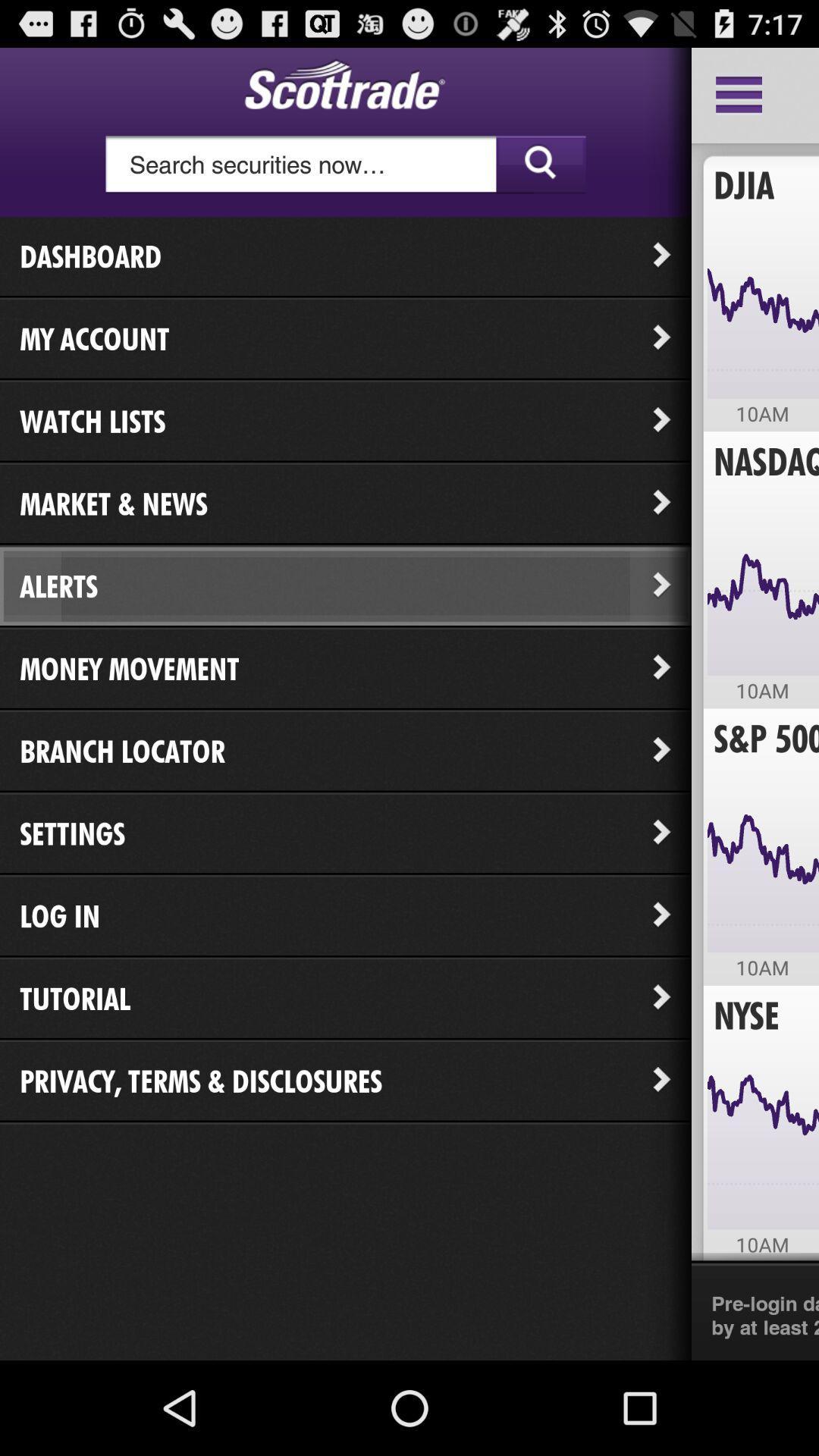  I want to click on cursor to search bar, so click(345, 165).